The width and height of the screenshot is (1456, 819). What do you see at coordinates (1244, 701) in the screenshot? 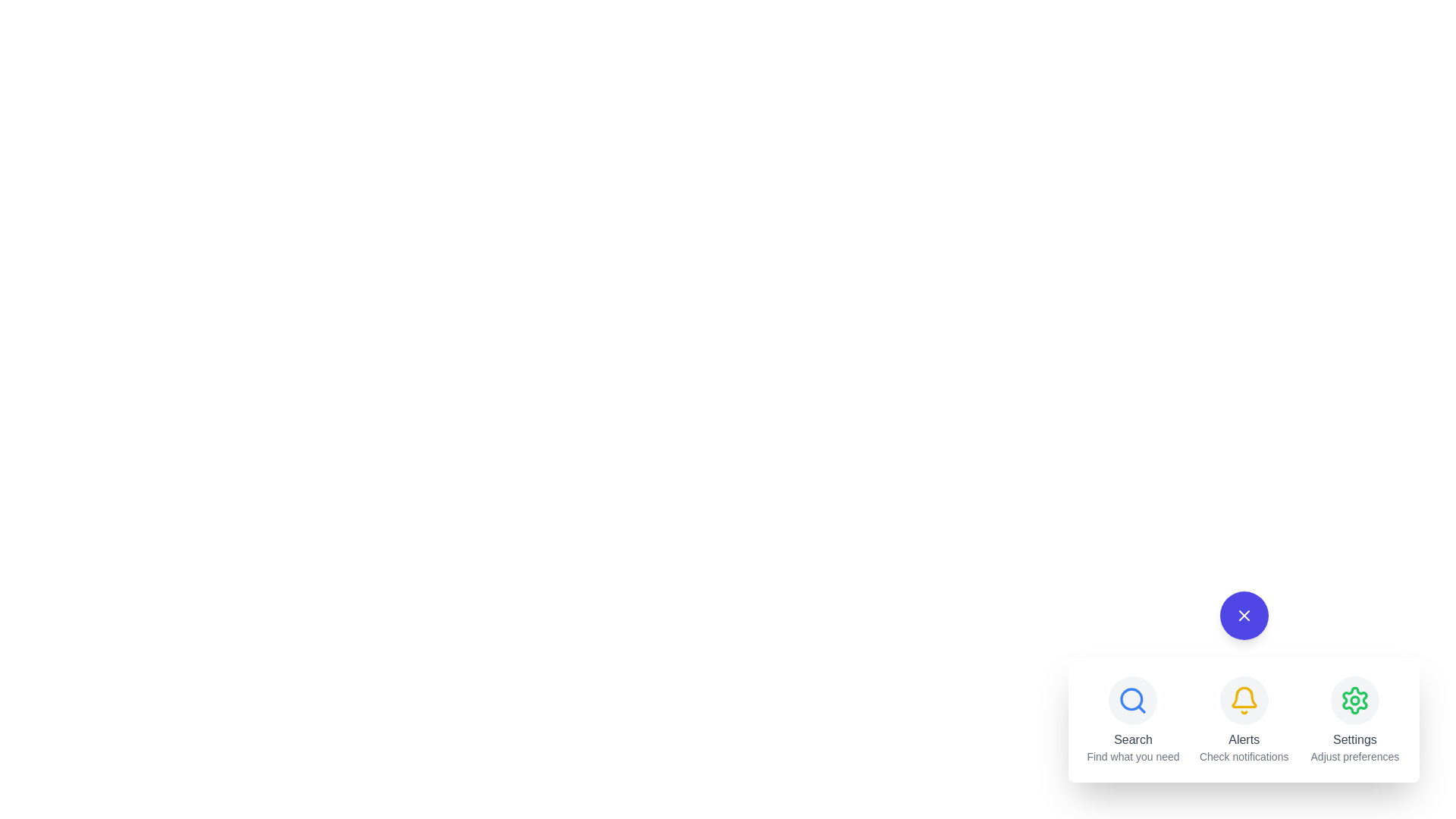
I see `the Alerts button to perform its action` at bounding box center [1244, 701].